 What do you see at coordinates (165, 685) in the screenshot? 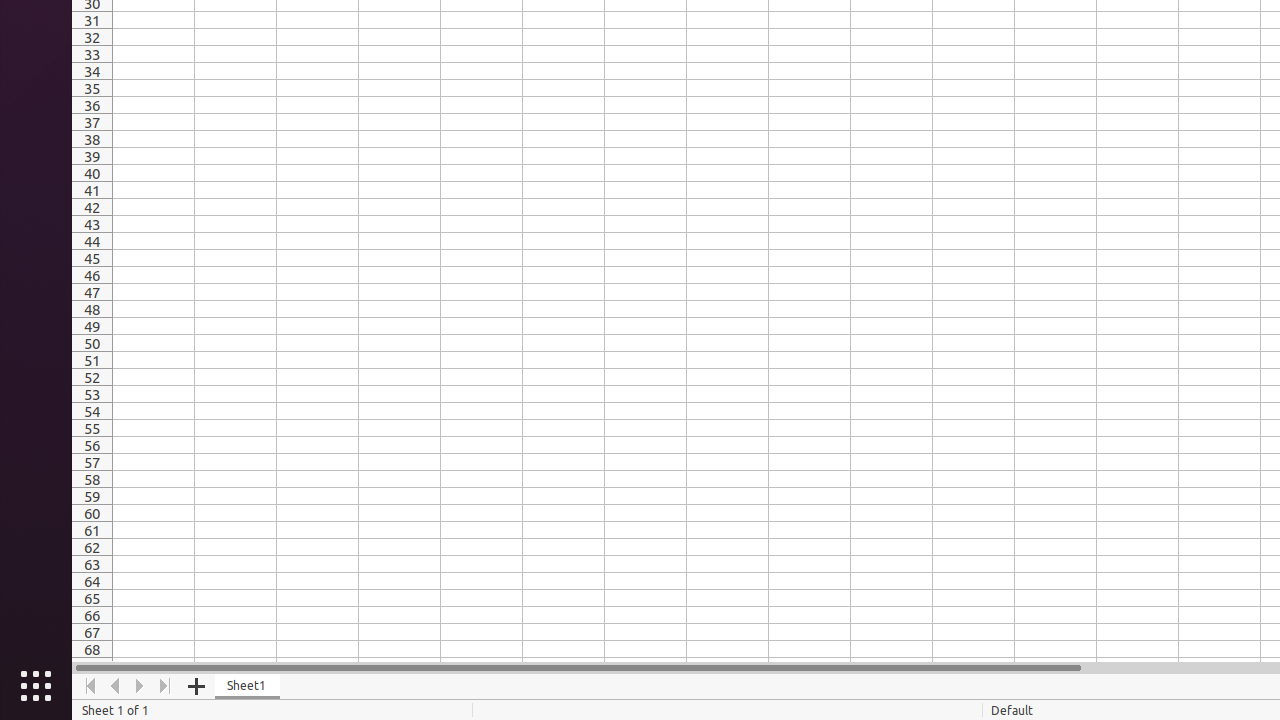
I see `'Move To End'` at bounding box center [165, 685].